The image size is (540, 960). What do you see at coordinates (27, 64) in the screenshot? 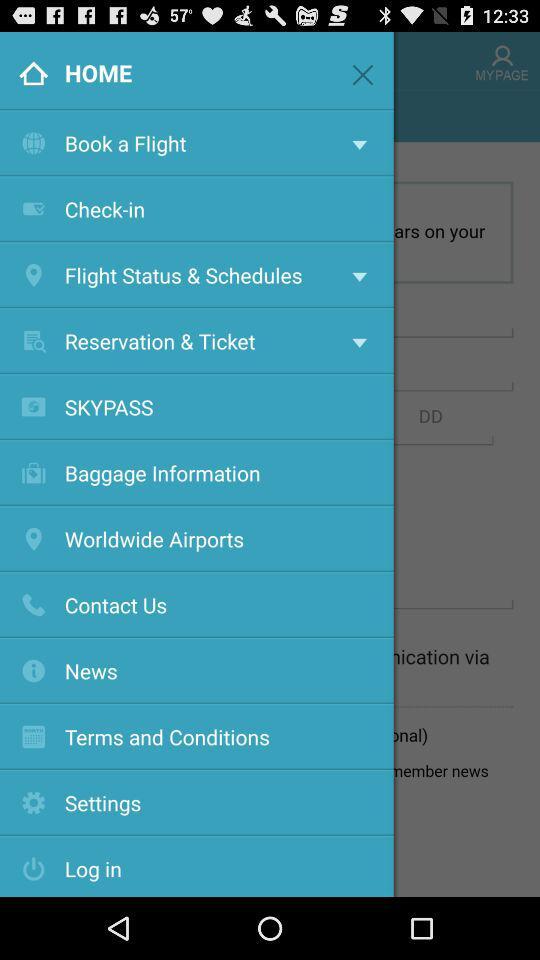
I see `the home icon` at bounding box center [27, 64].